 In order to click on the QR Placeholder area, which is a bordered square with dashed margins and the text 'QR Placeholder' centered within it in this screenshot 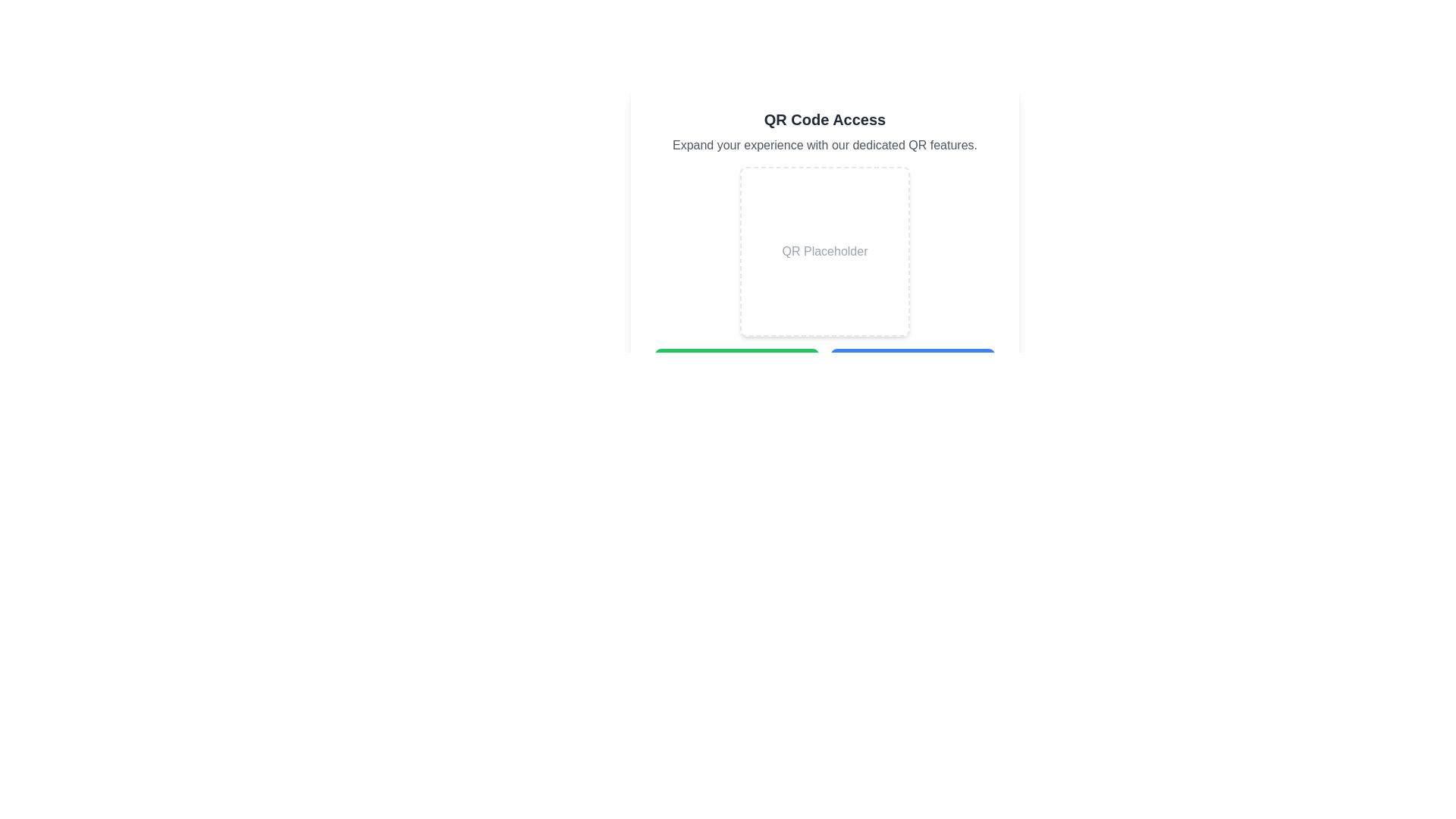, I will do `click(824, 250)`.